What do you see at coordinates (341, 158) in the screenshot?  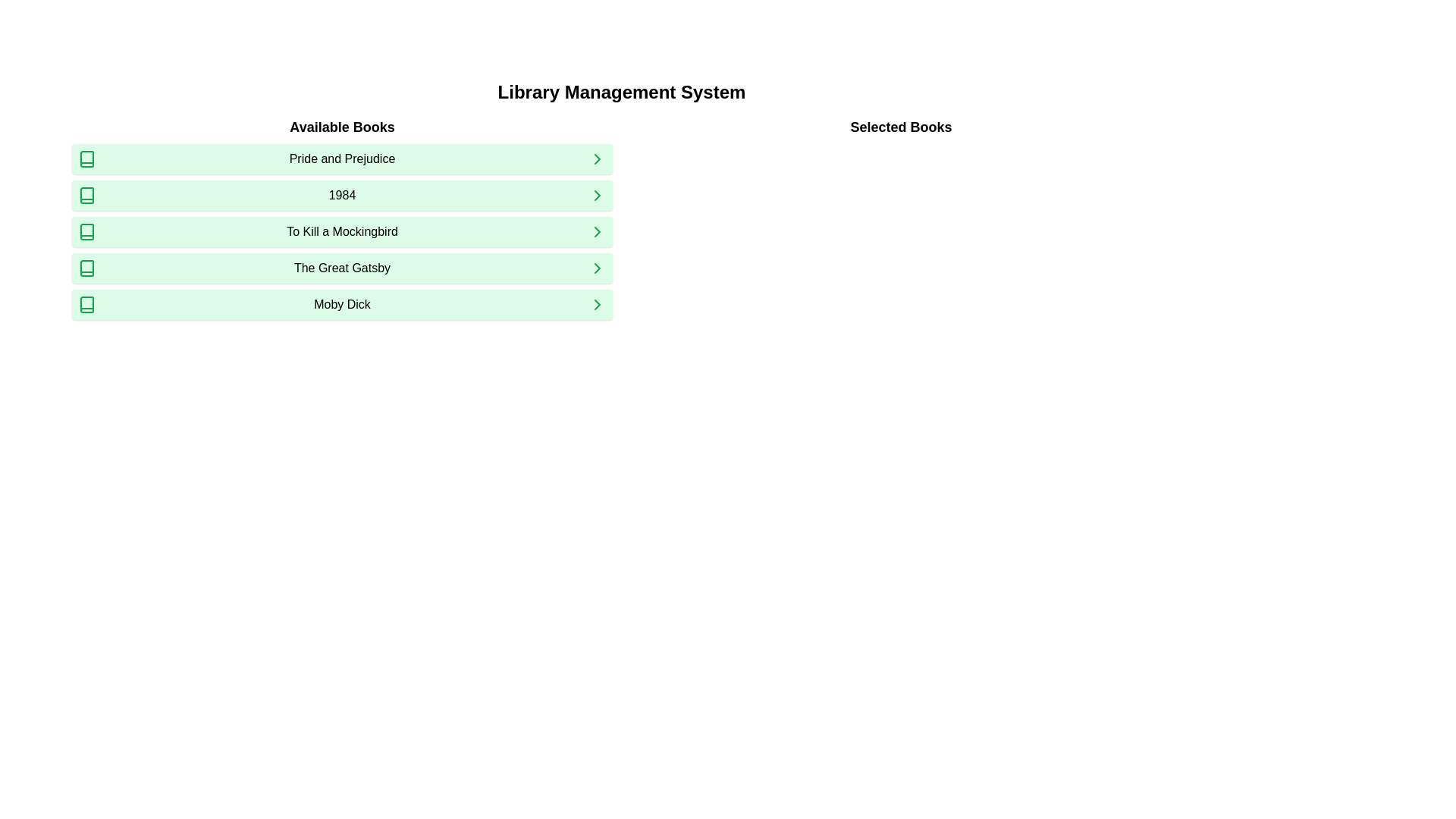 I see `the first text label indicating the name of a book in the 'Available Books' list, positioned between a book icon and a right-pointing arrow` at bounding box center [341, 158].